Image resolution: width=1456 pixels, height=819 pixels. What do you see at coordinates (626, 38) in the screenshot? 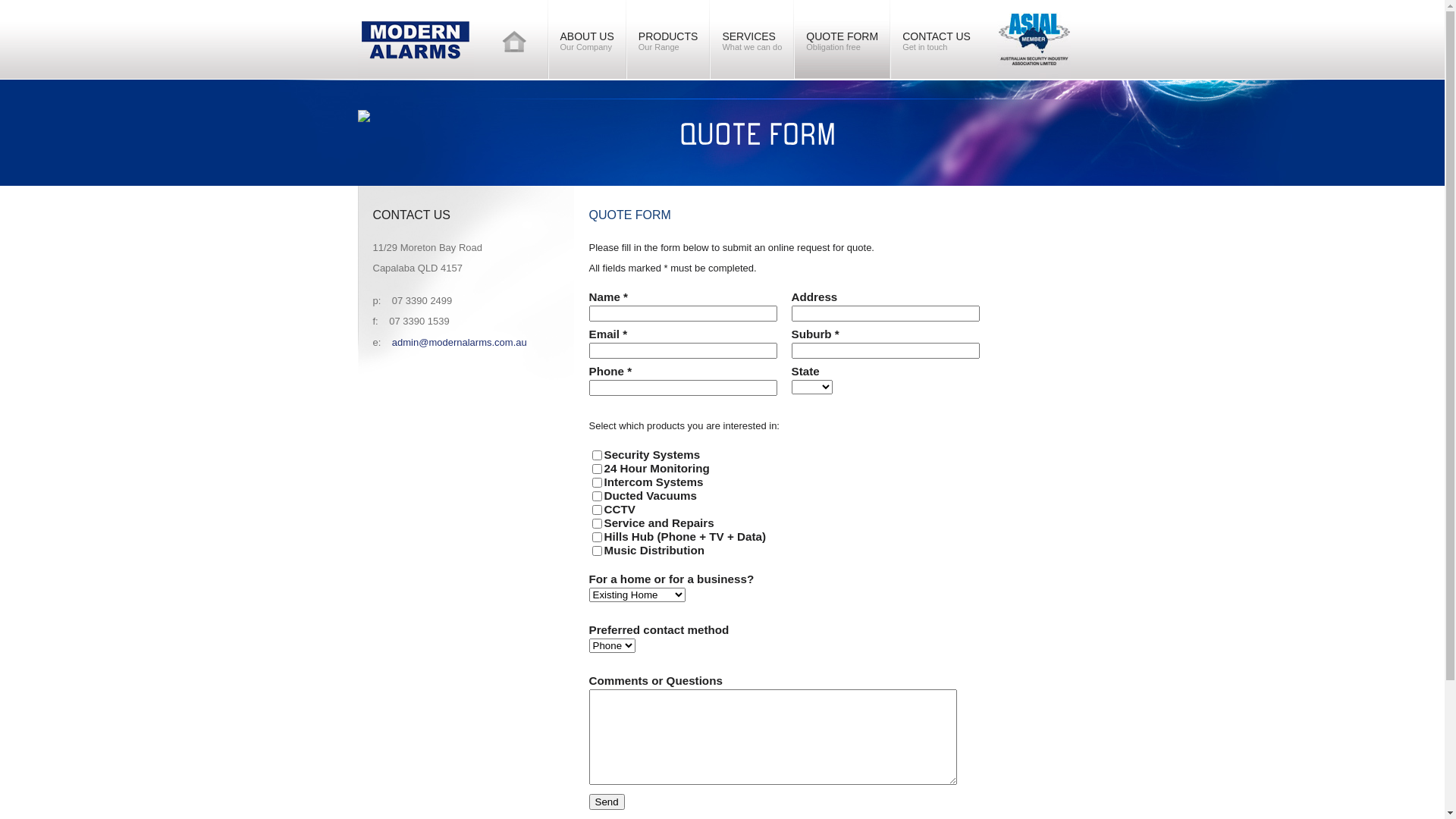
I see `'PRODUCTS` at bounding box center [626, 38].